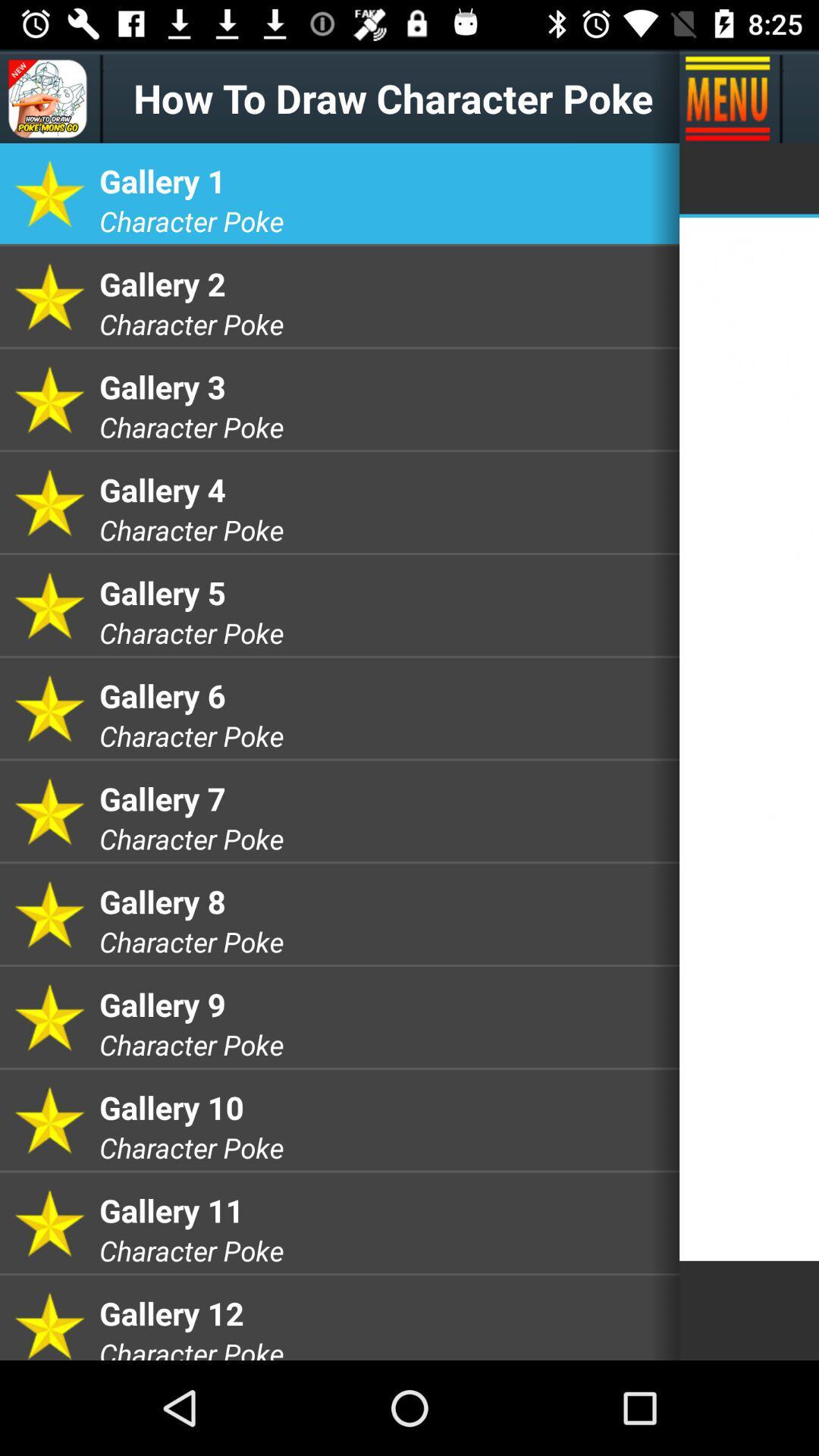  Describe the element at coordinates (748, 739) in the screenshot. I see `the item on the right` at that location.